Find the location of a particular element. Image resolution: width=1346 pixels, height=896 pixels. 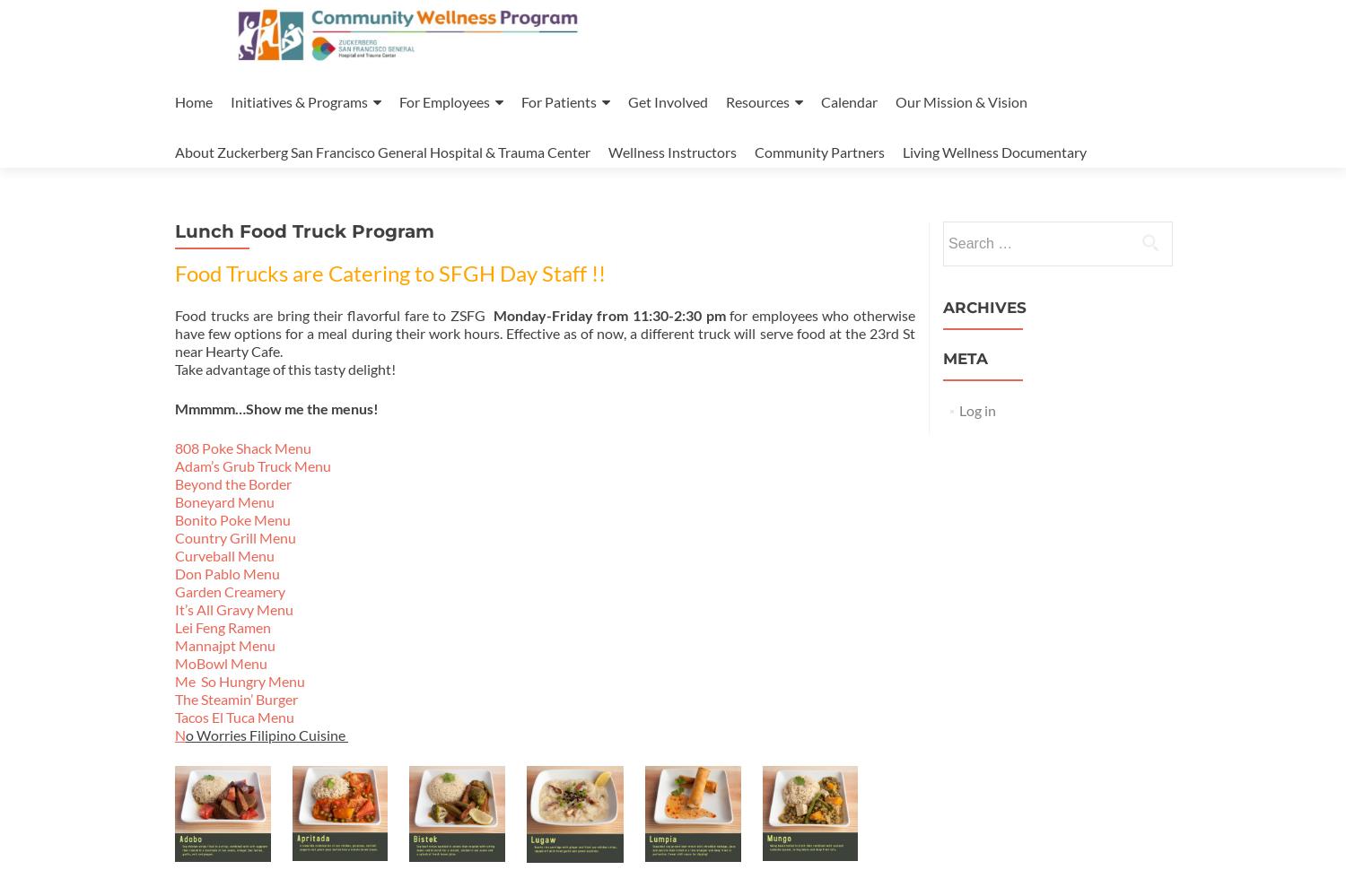

'Calendar' is located at coordinates (848, 101).